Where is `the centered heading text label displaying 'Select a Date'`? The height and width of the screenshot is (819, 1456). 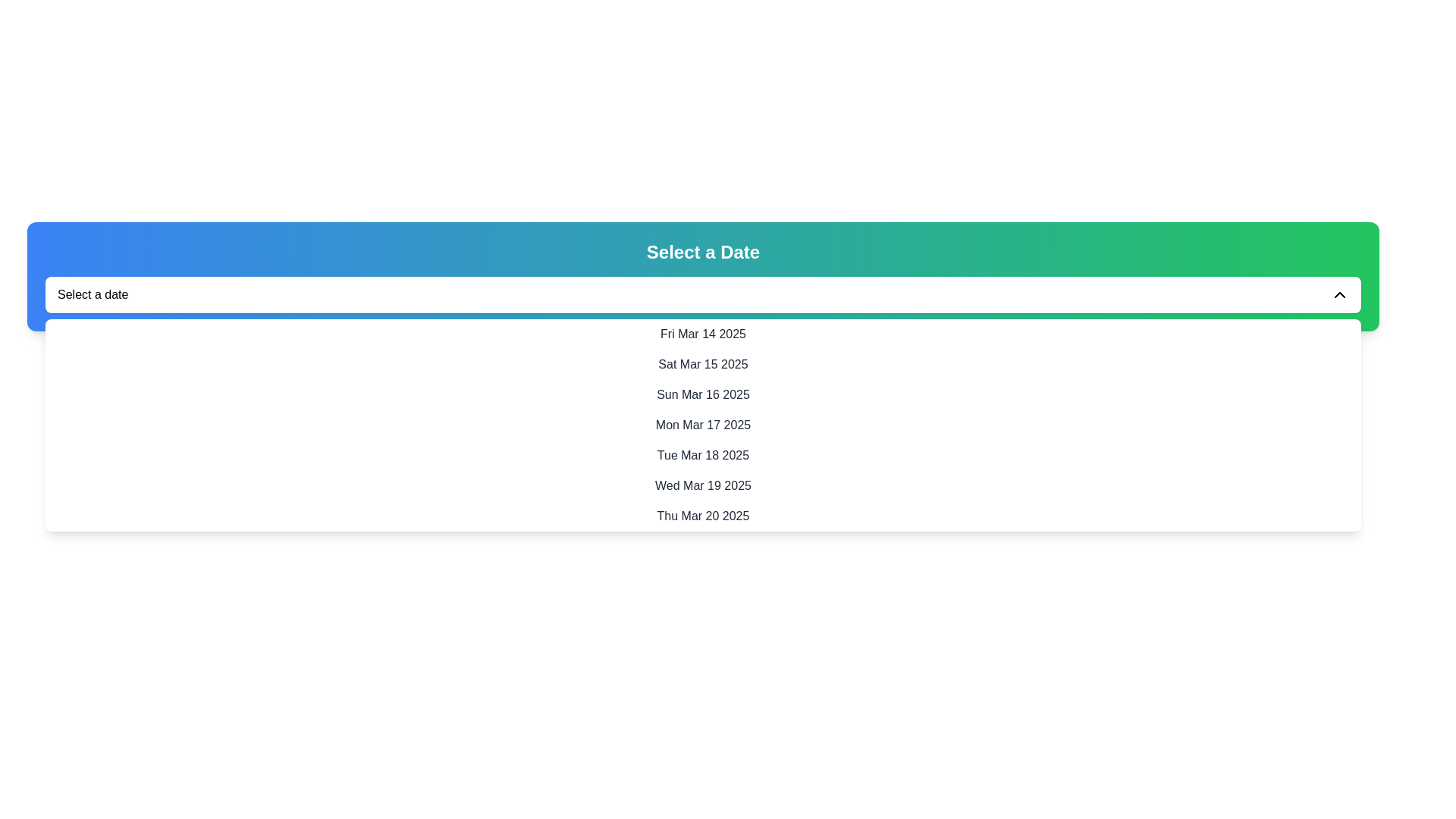
the centered heading text label displaying 'Select a Date' is located at coordinates (702, 251).